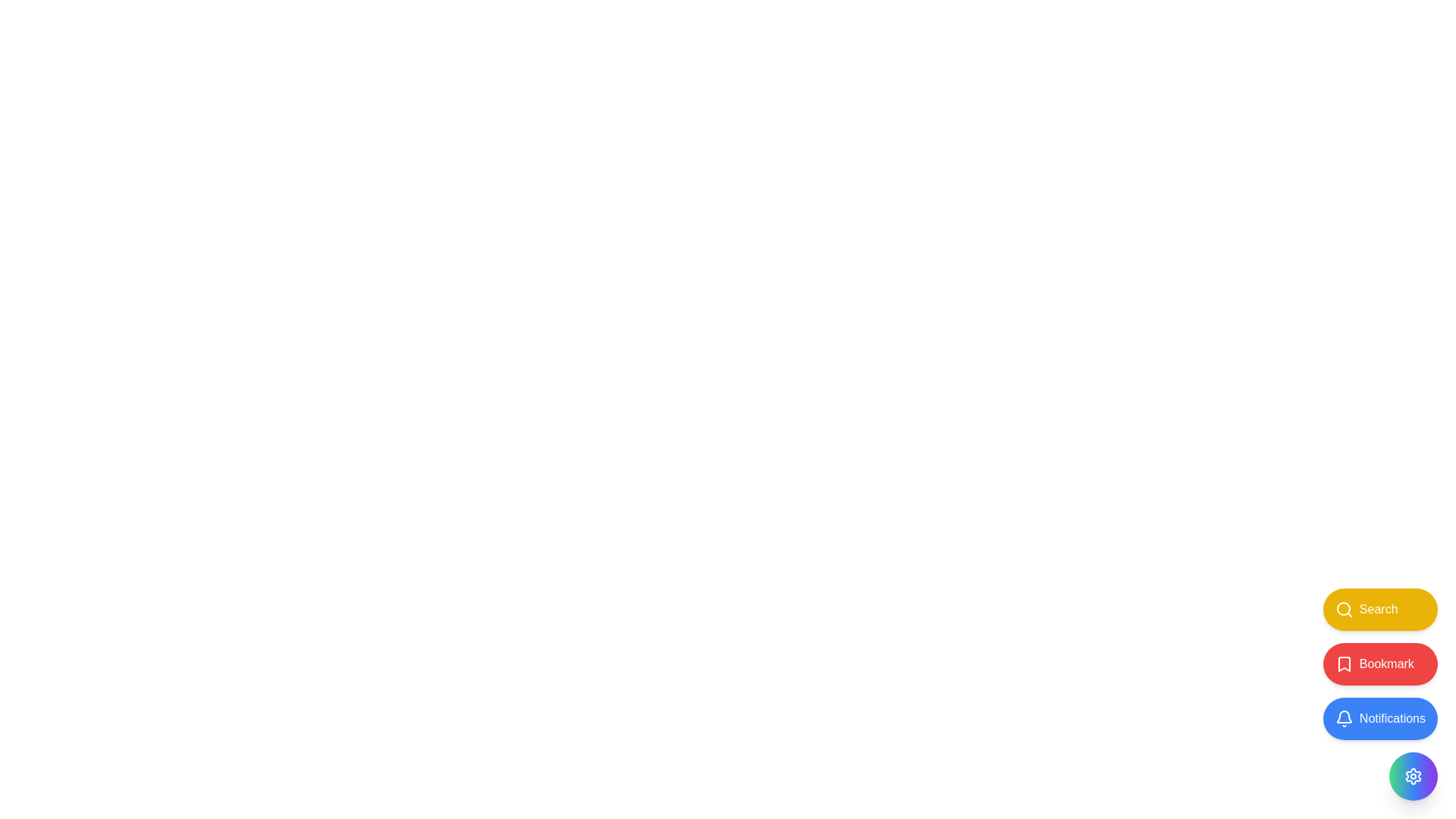 This screenshot has height=819, width=1456. Describe the element at coordinates (1386, 663) in the screenshot. I see `the descriptive text label for the bookmarking button located in the bottom-right corner of the interface` at that location.